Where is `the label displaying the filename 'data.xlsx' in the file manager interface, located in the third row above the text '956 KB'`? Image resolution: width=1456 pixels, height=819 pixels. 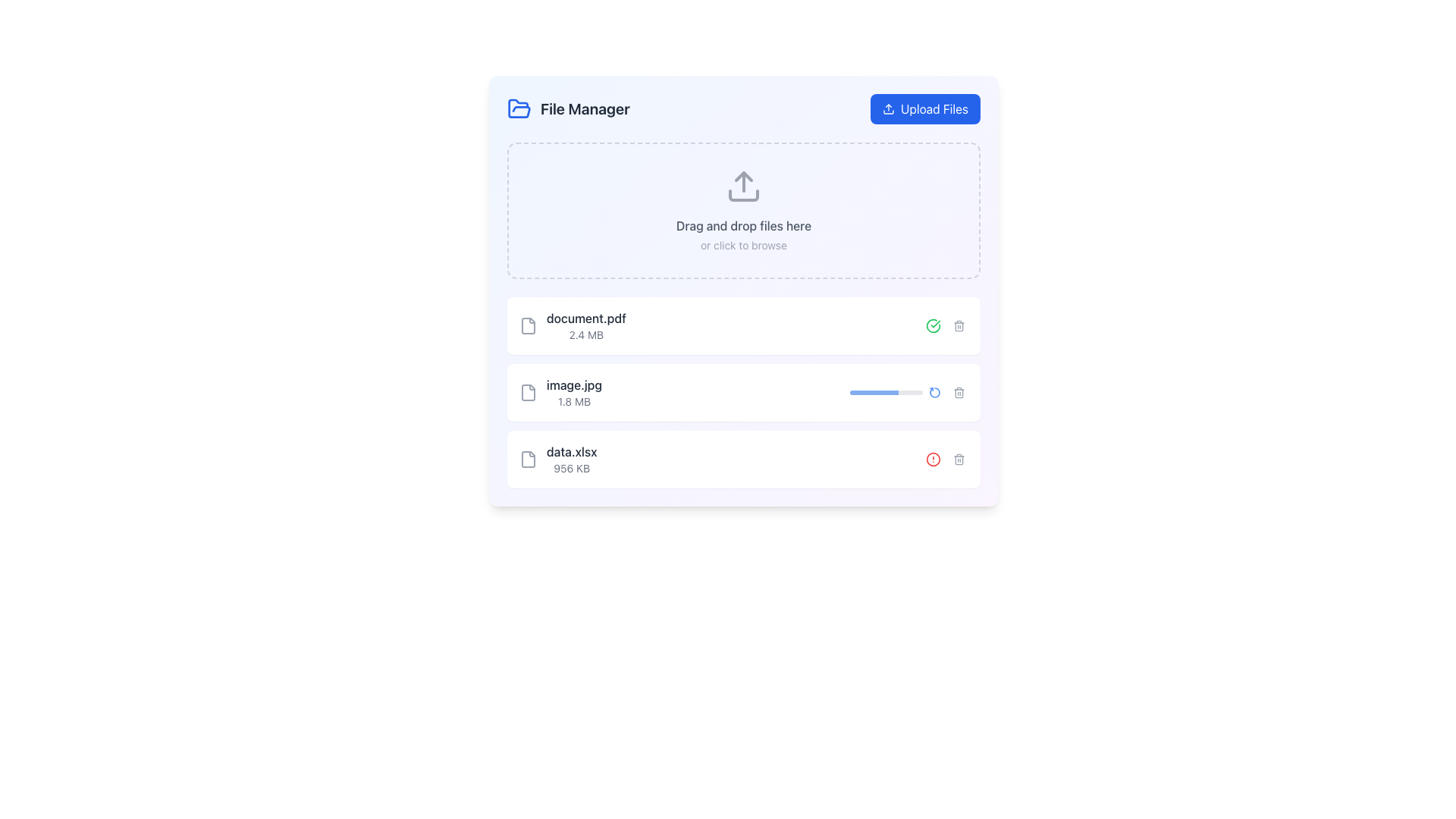
the label displaying the filename 'data.xlsx' in the file manager interface, located in the third row above the text '956 KB' is located at coordinates (571, 451).